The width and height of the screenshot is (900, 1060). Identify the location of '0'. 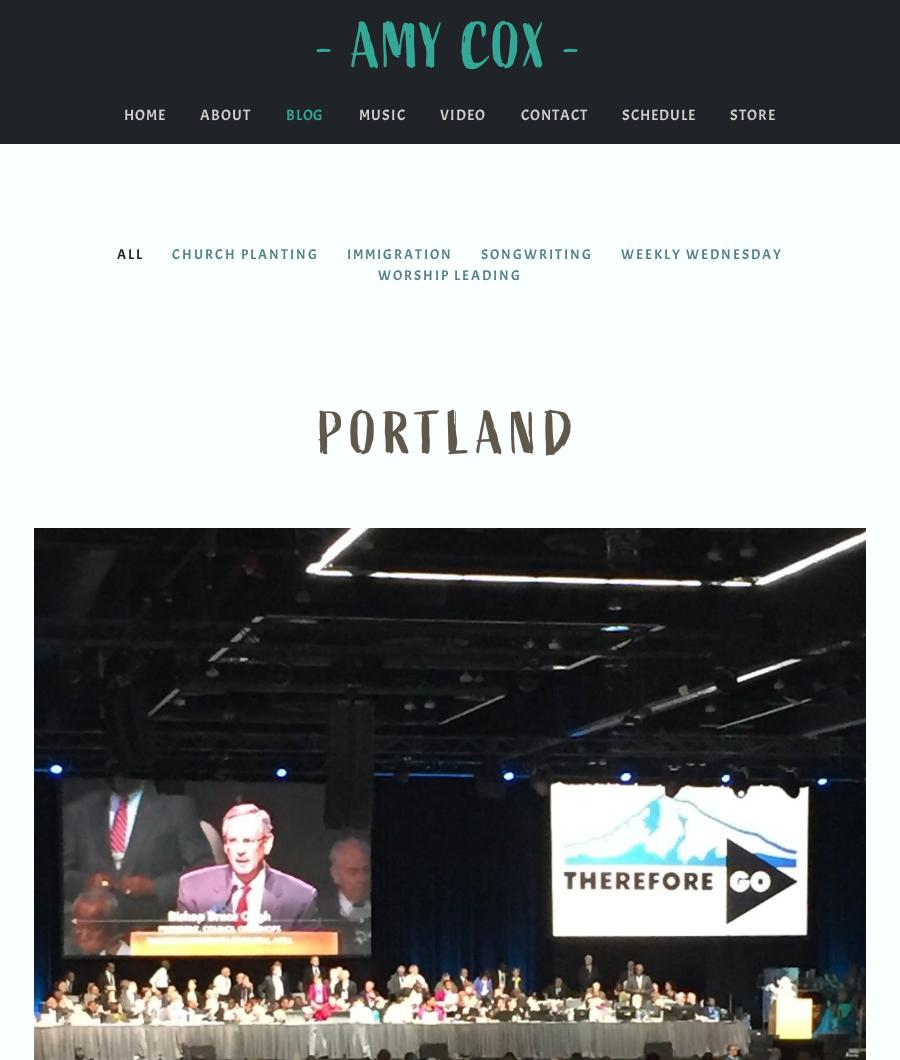
(869, 7).